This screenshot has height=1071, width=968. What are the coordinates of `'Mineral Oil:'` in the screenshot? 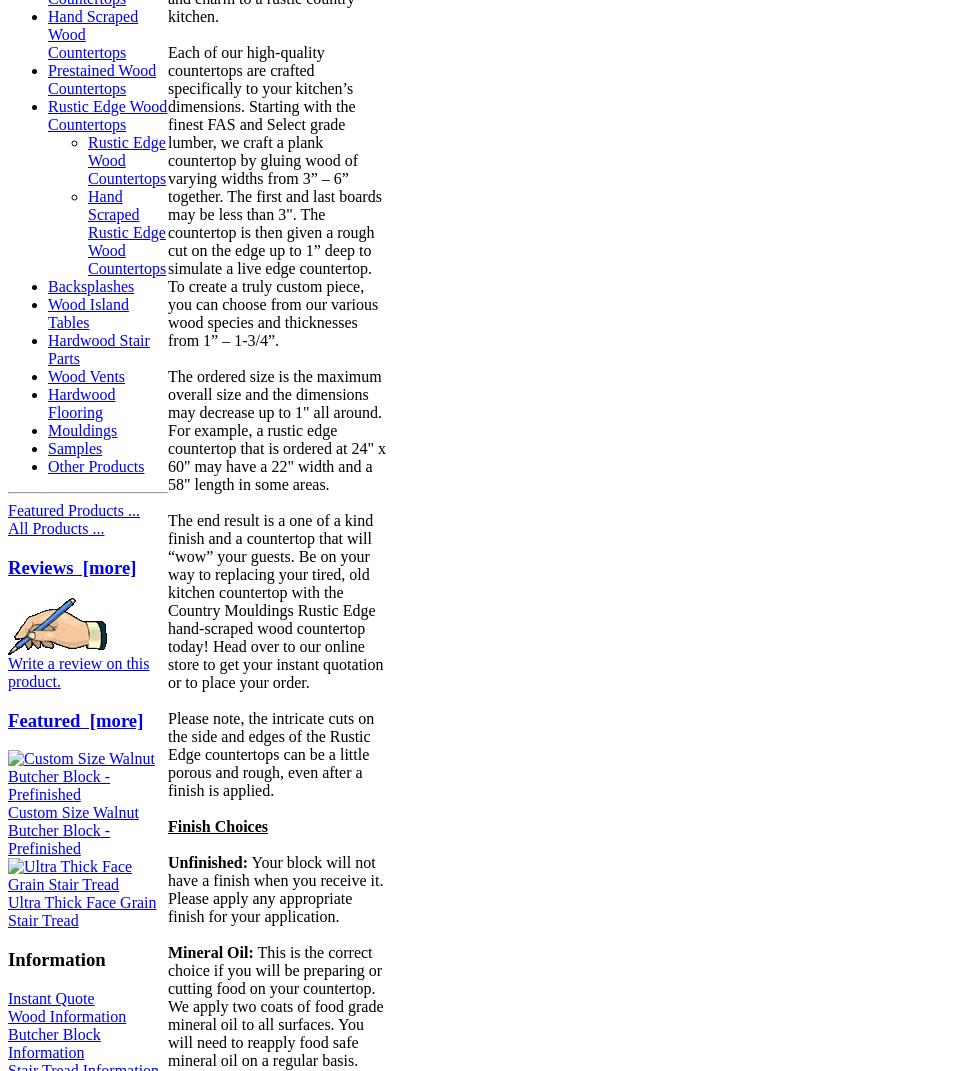 It's located at (209, 951).